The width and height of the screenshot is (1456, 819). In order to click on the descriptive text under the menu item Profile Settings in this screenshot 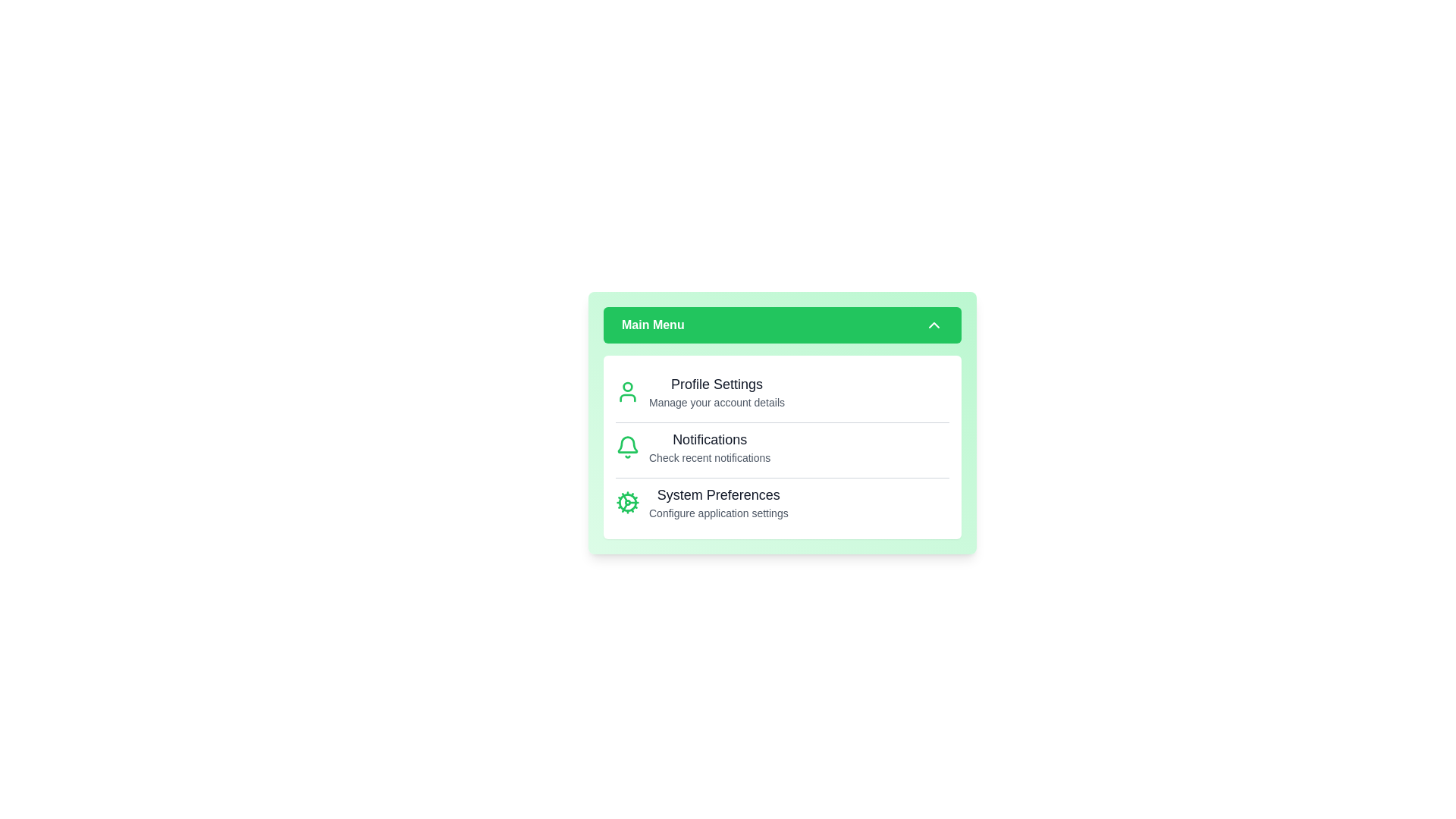, I will do `click(716, 402)`.